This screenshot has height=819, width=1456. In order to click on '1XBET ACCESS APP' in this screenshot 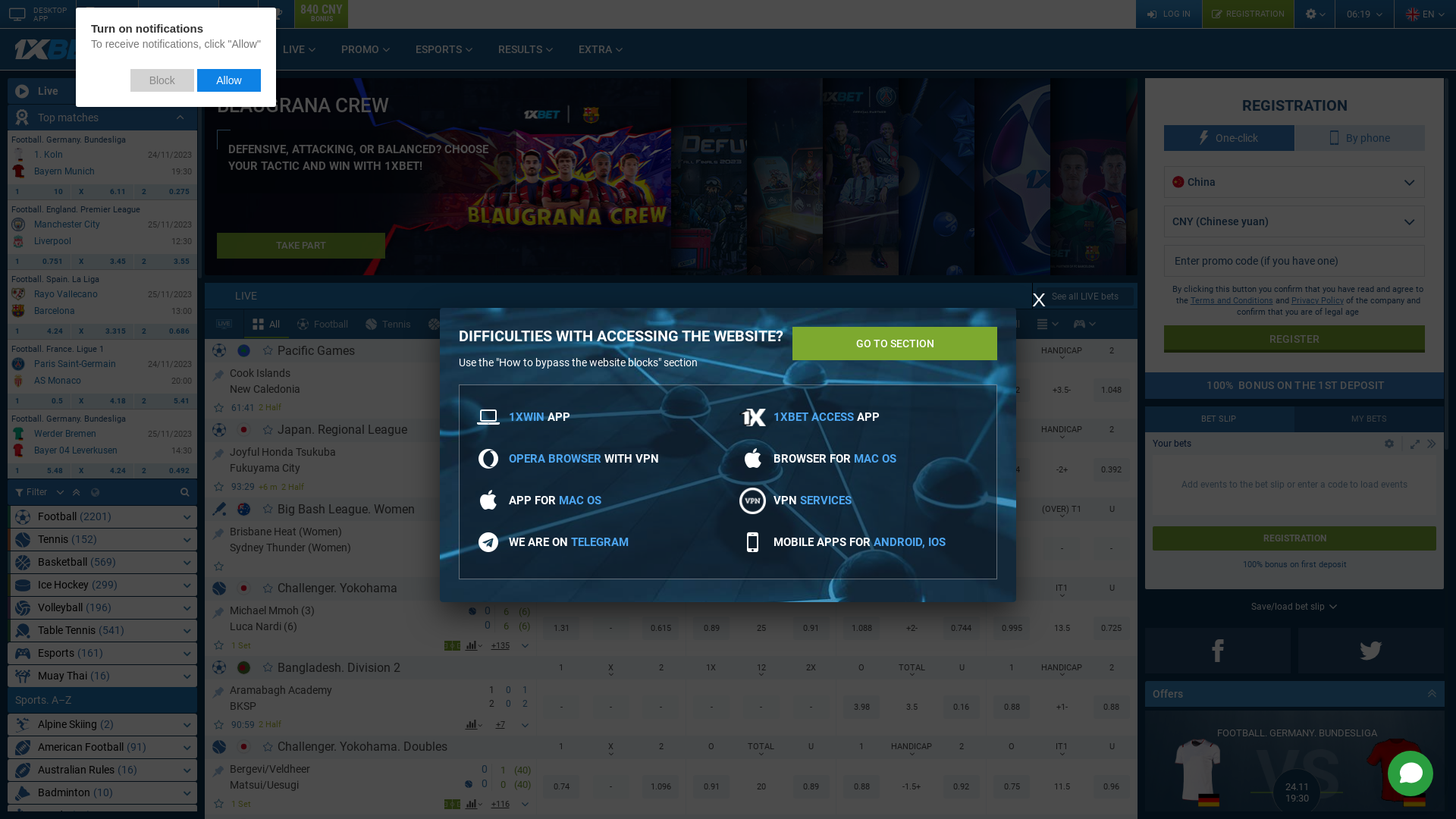, I will do `click(825, 417)`.